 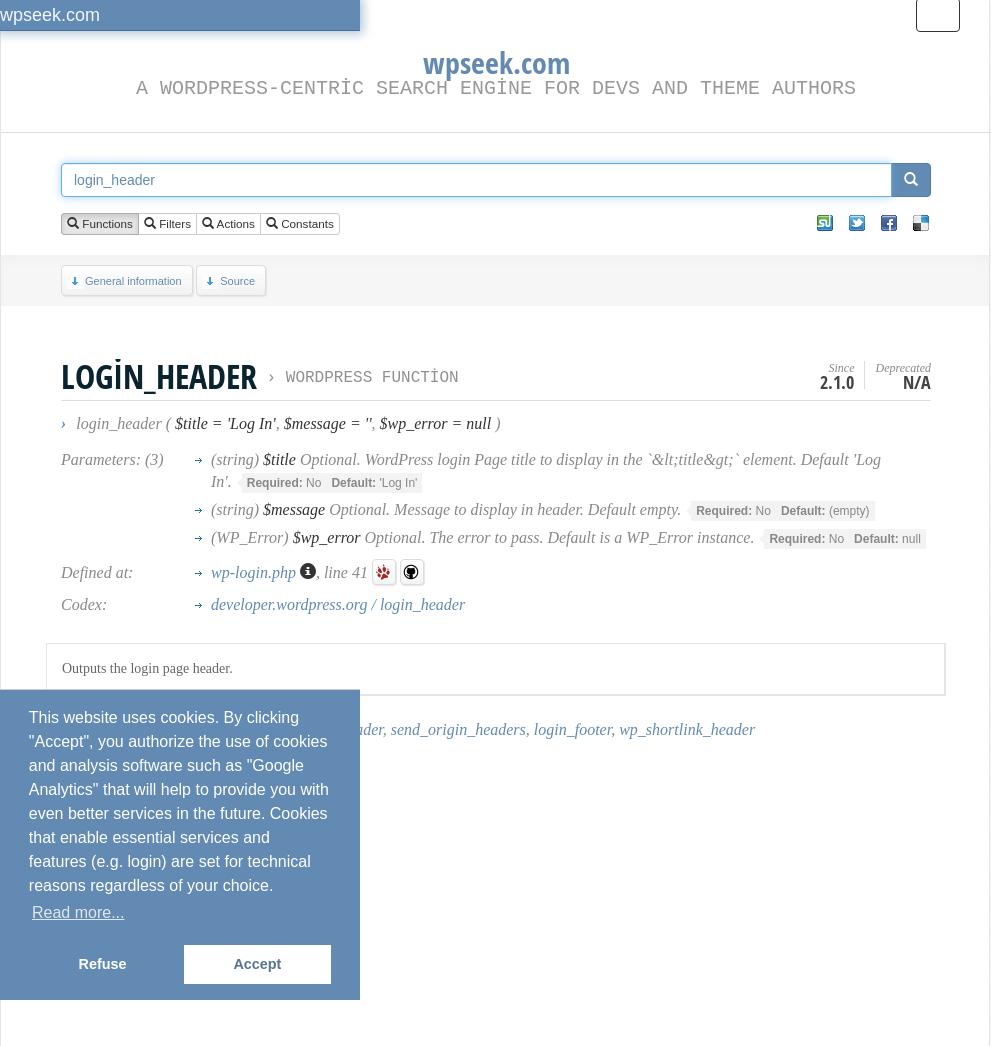 I want to click on 'WordPress Function', so click(x=284, y=378).